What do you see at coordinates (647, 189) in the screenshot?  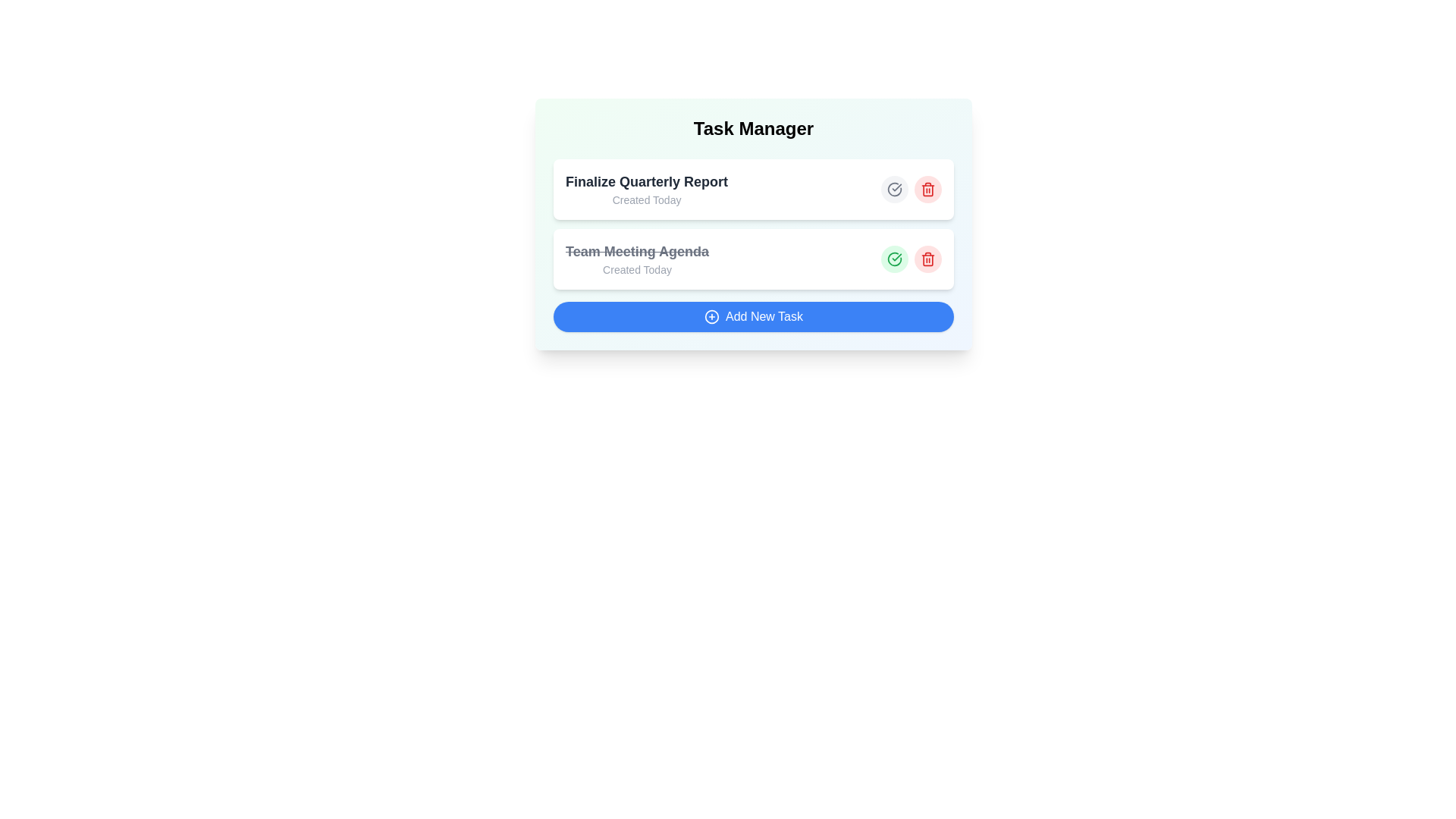 I see `the task item to view its details` at bounding box center [647, 189].